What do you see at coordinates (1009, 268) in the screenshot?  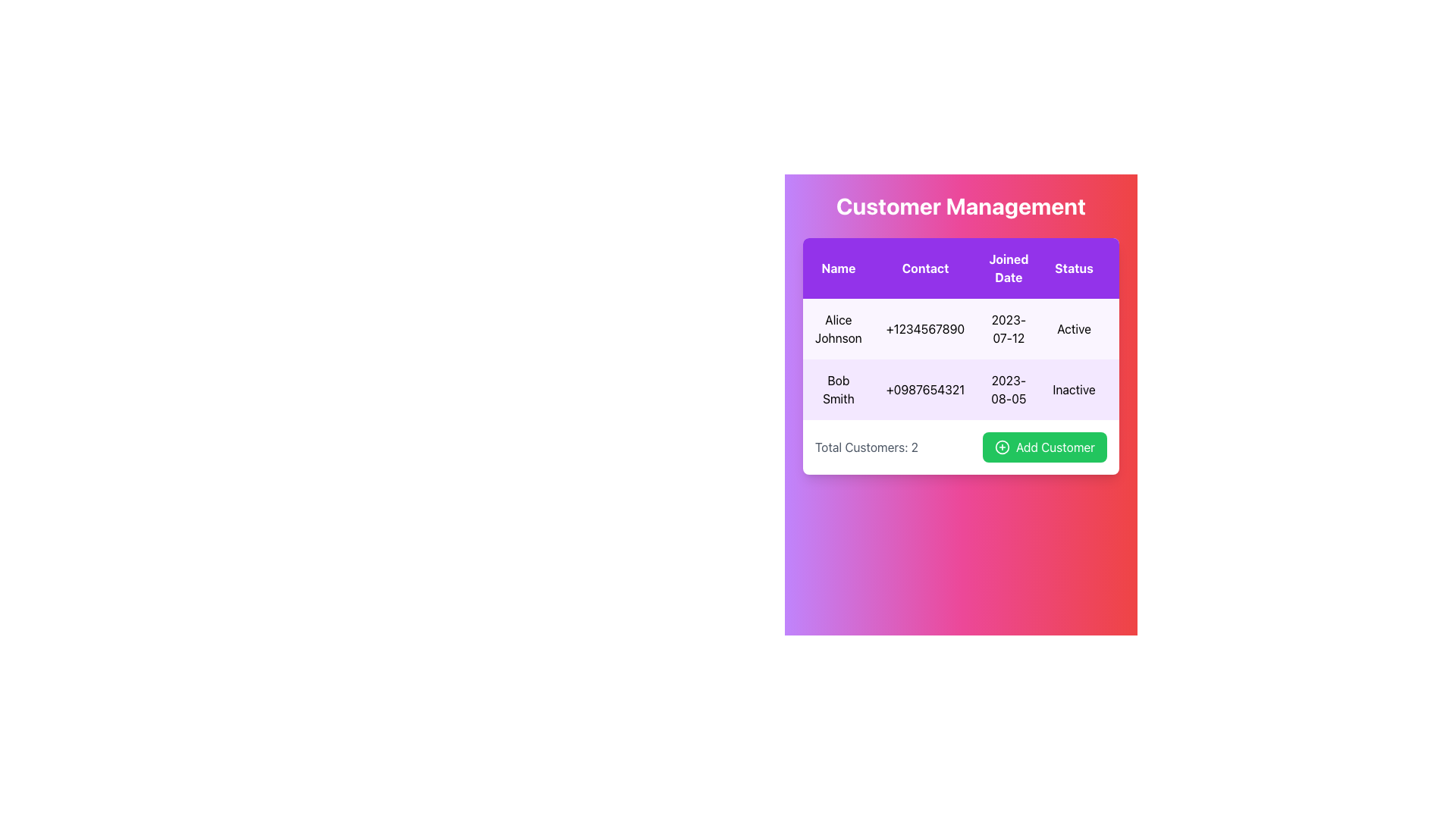 I see `the Table Header element that defines the column titles for the data table in the Customer Management interface` at bounding box center [1009, 268].